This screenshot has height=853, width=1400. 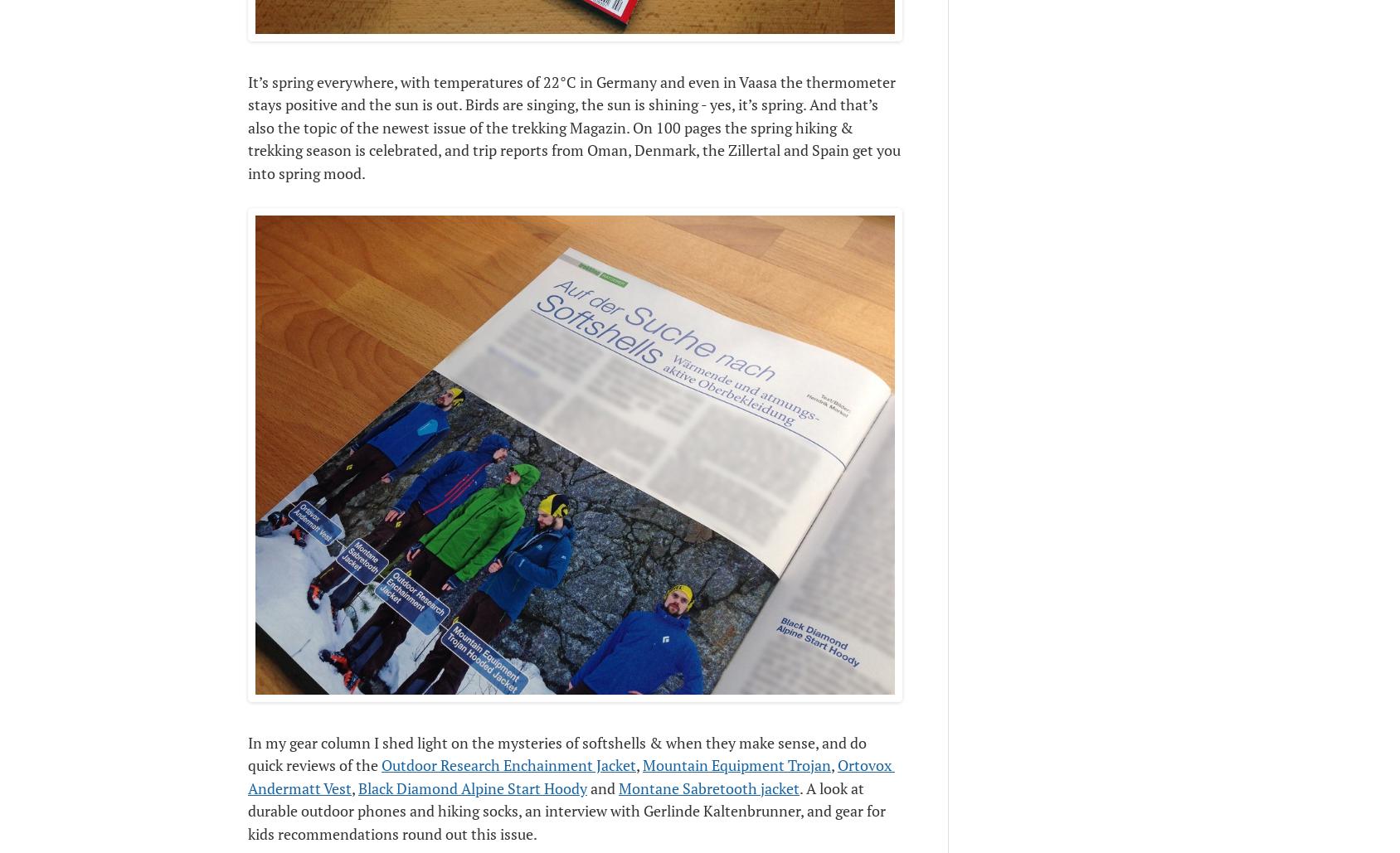 I want to click on 'In my gear column I shed light on the mysteries of softshells & when they make sense, and do quick reviews of the', so click(x=556, y=754).